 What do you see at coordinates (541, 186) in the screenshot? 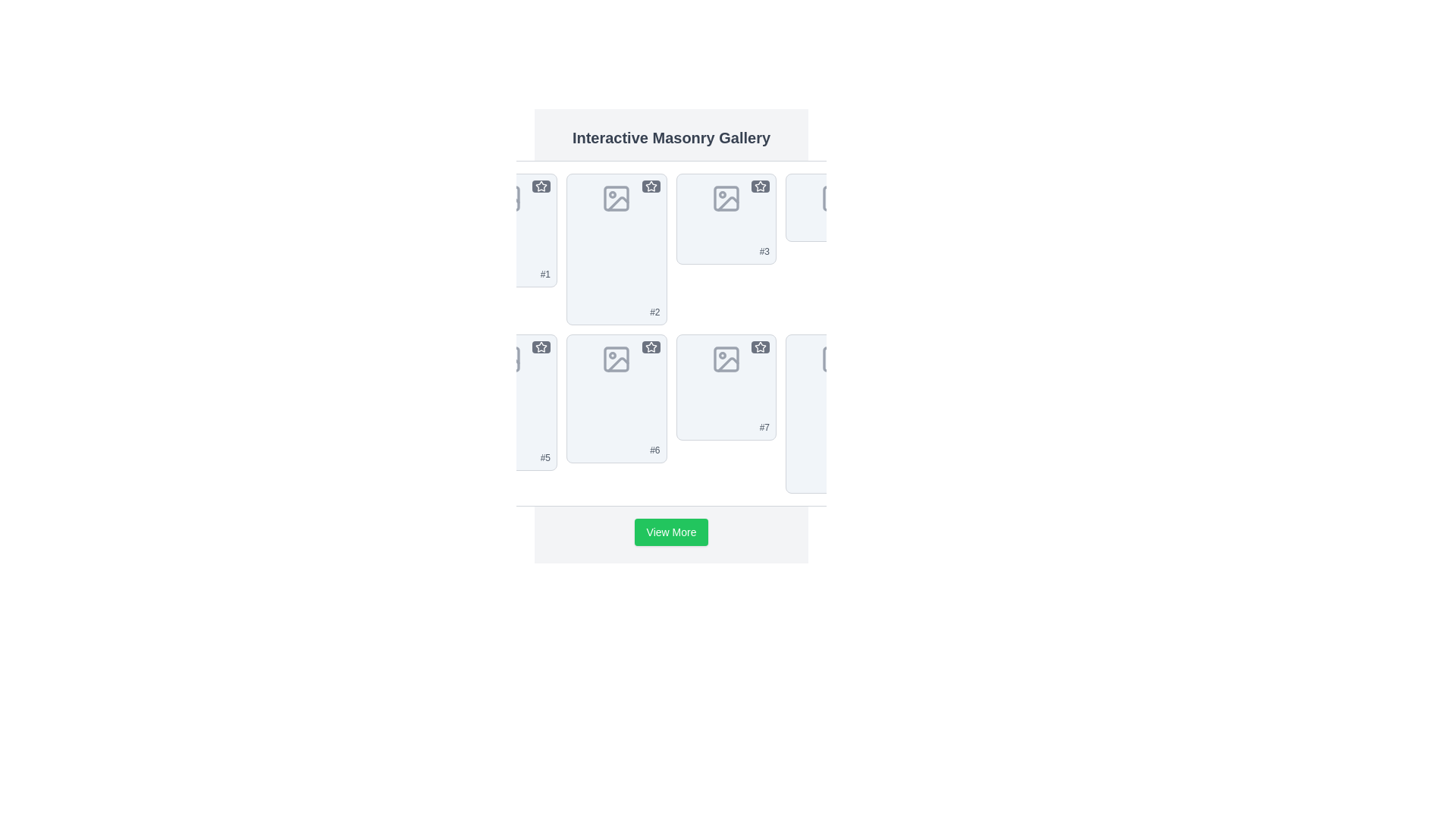
I see `the star outline icon located in the top-right corner of the first card in the gallery section` at bounding box center [541, 186].